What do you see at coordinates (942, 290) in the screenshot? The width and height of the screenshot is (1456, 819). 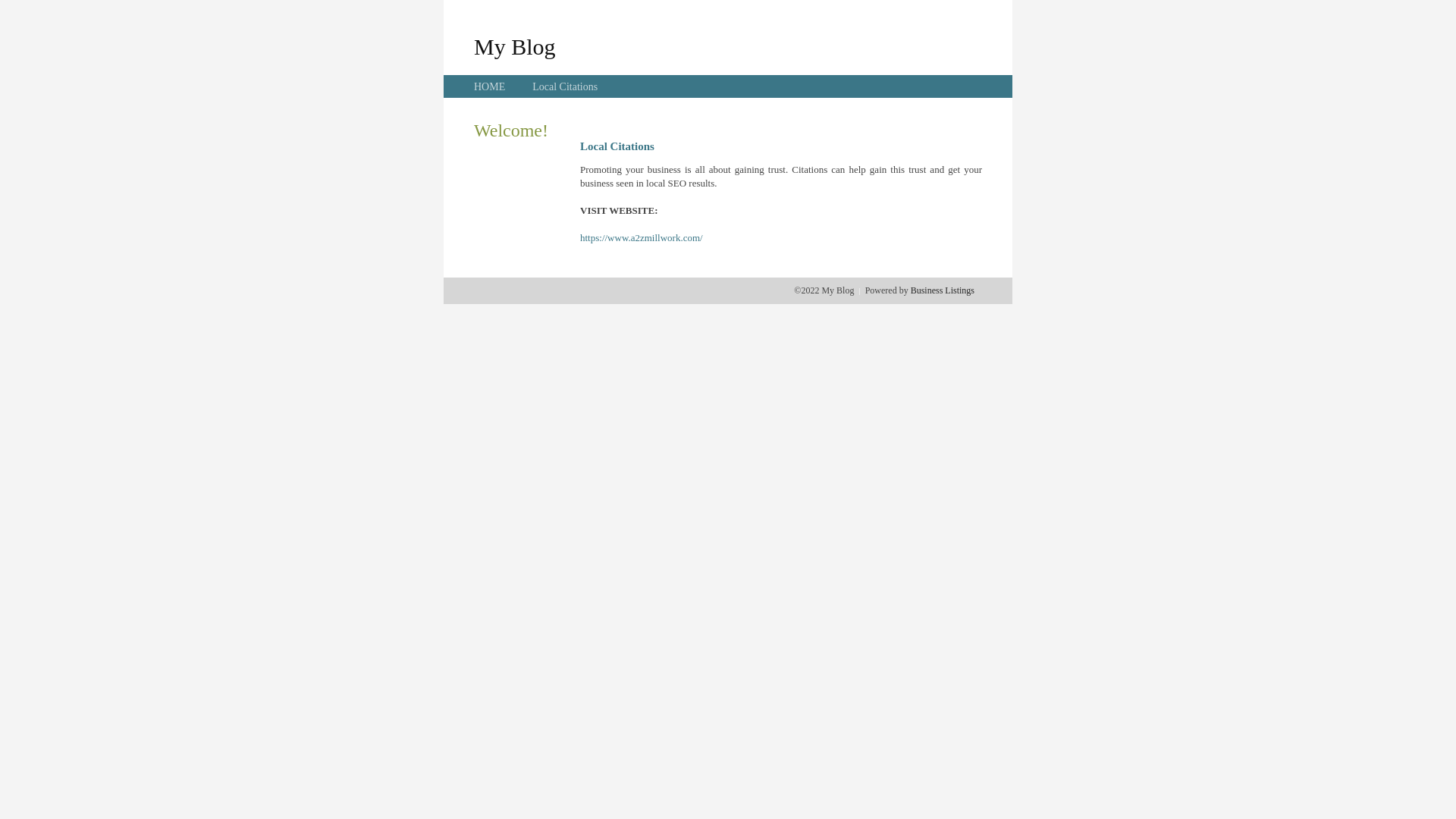 I see `'Business Listings'` at bounding box center [942, 290].